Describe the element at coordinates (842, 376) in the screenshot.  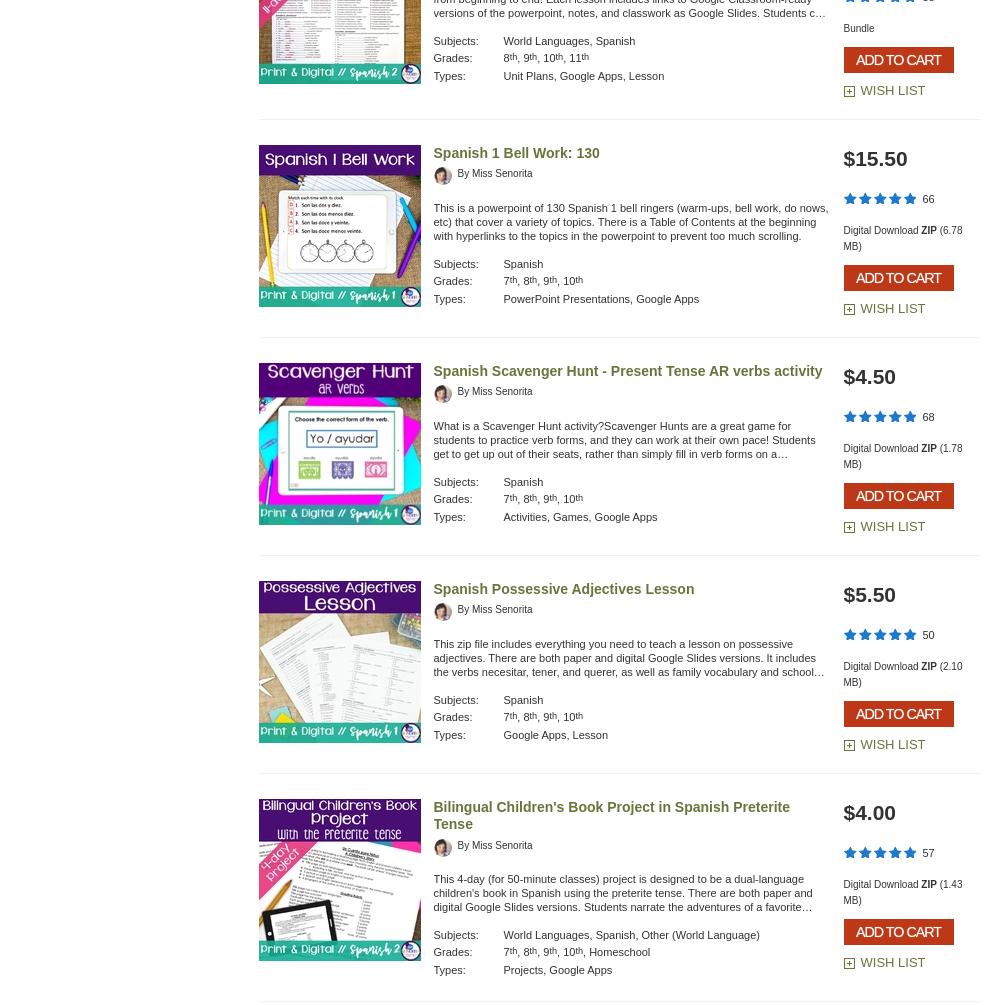
I see `'$4.50'` at that location.